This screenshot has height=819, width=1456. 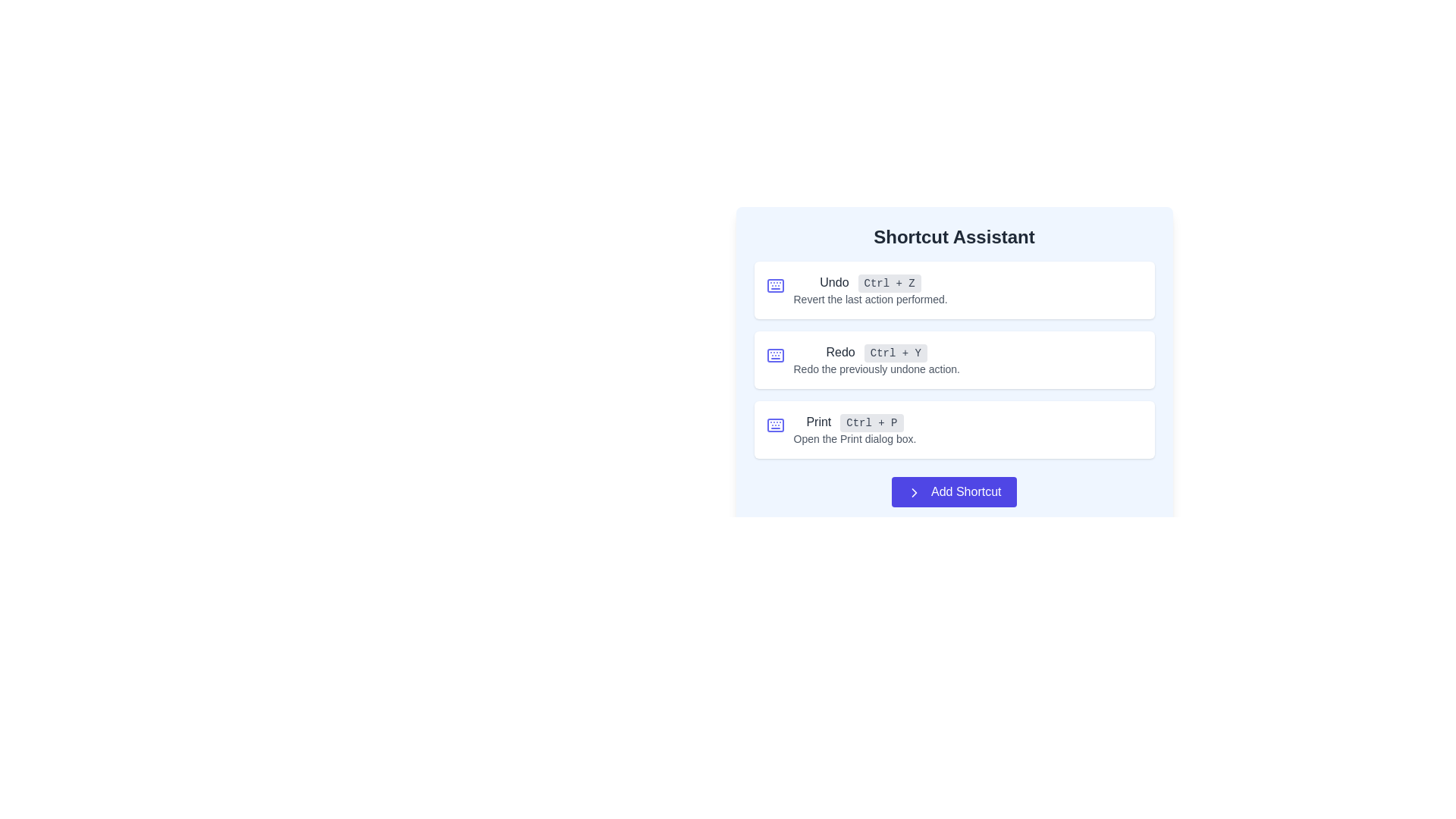 What do you see at coordinates (870, 299) in the screenshot?
I see `the text label that provides context for the 'Undo Ctrl + Z' functionality in the 'Shortcut Assistant' dialog interface` at bounding box center [870, 299].